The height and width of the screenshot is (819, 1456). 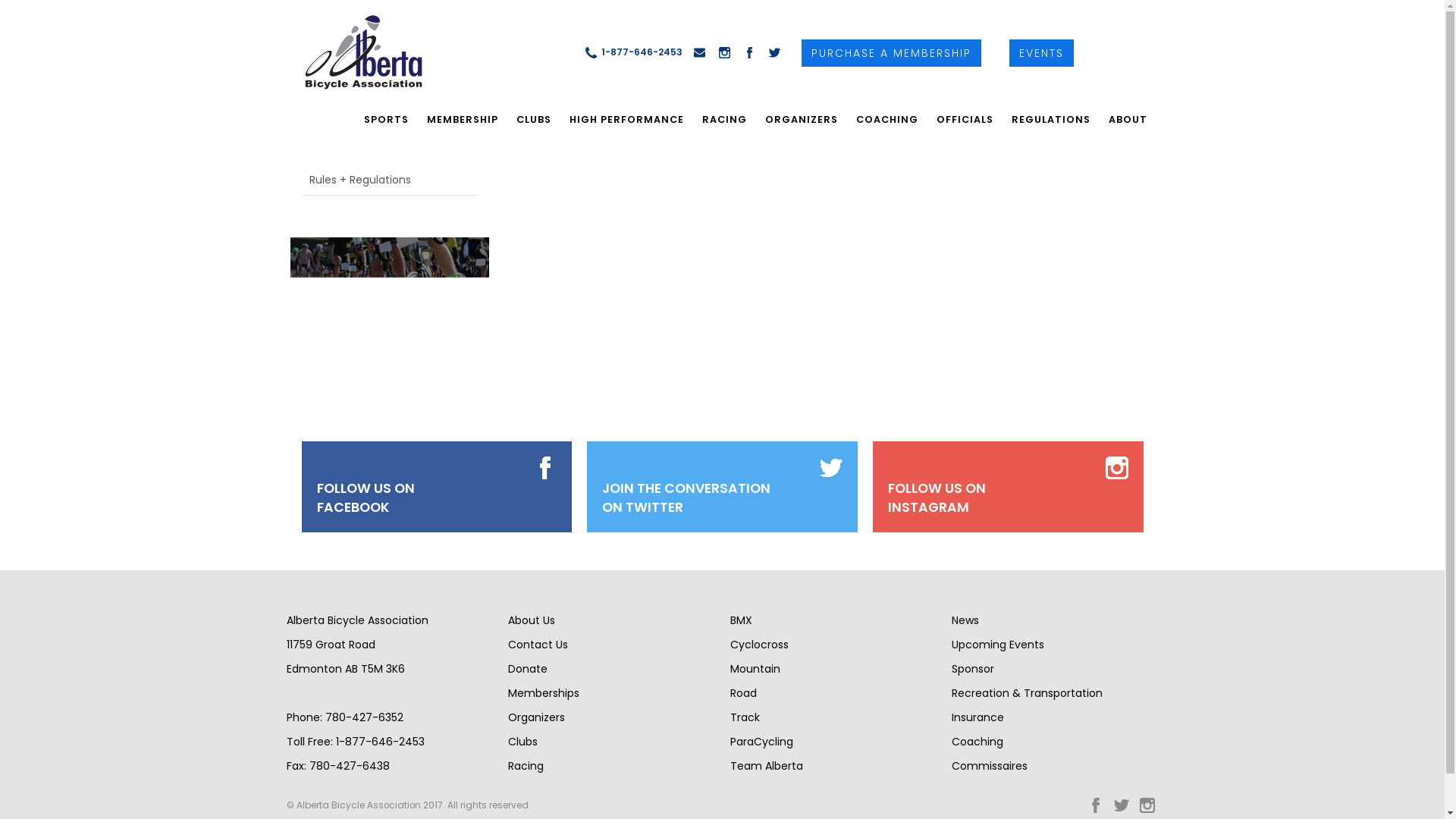 What do you see at coordinates (723, 119) in the screenshot?
I see `'RACING'` at bounding box center [723, 119].